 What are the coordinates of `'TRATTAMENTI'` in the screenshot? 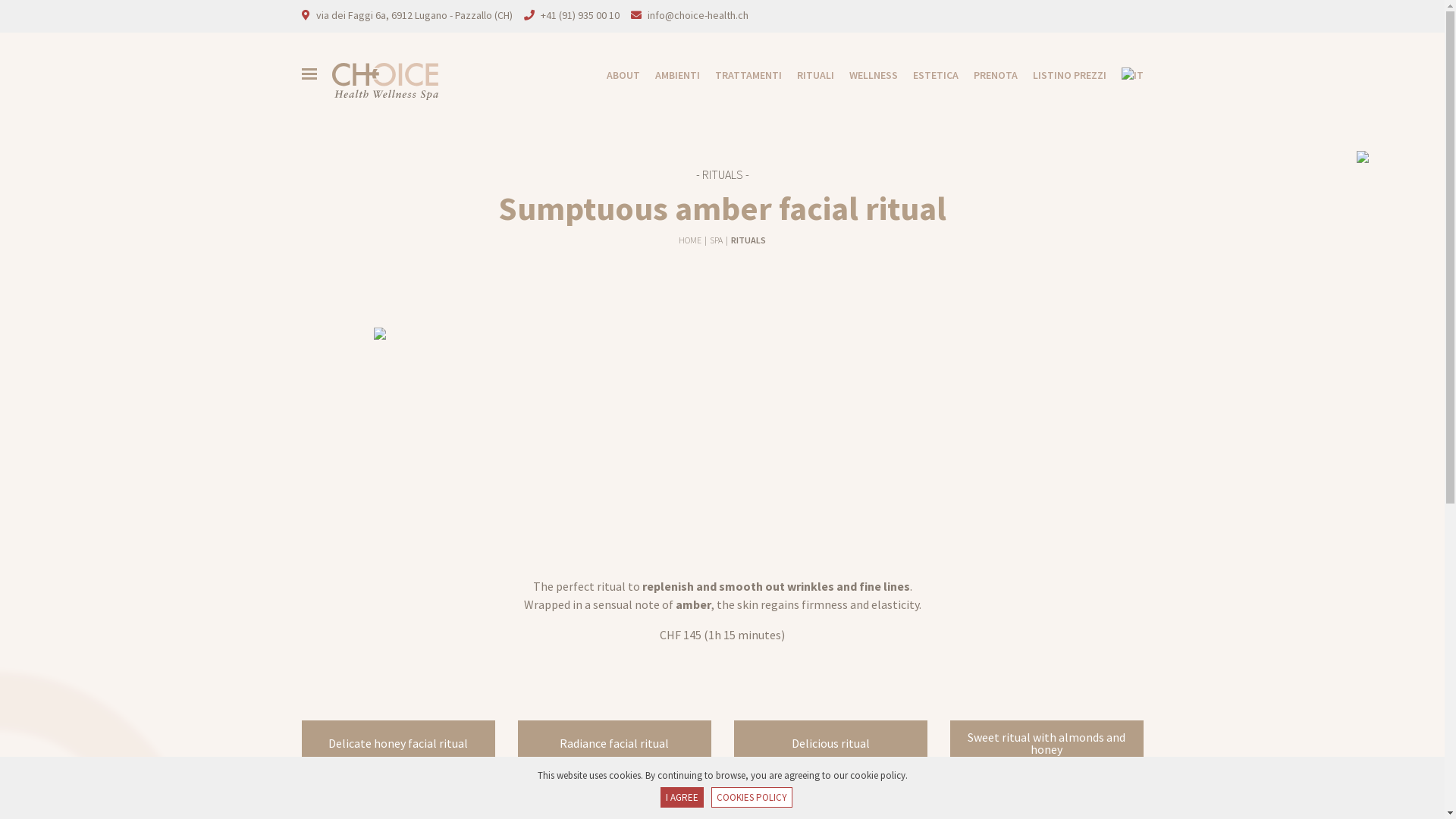 It's located at (698, 75).